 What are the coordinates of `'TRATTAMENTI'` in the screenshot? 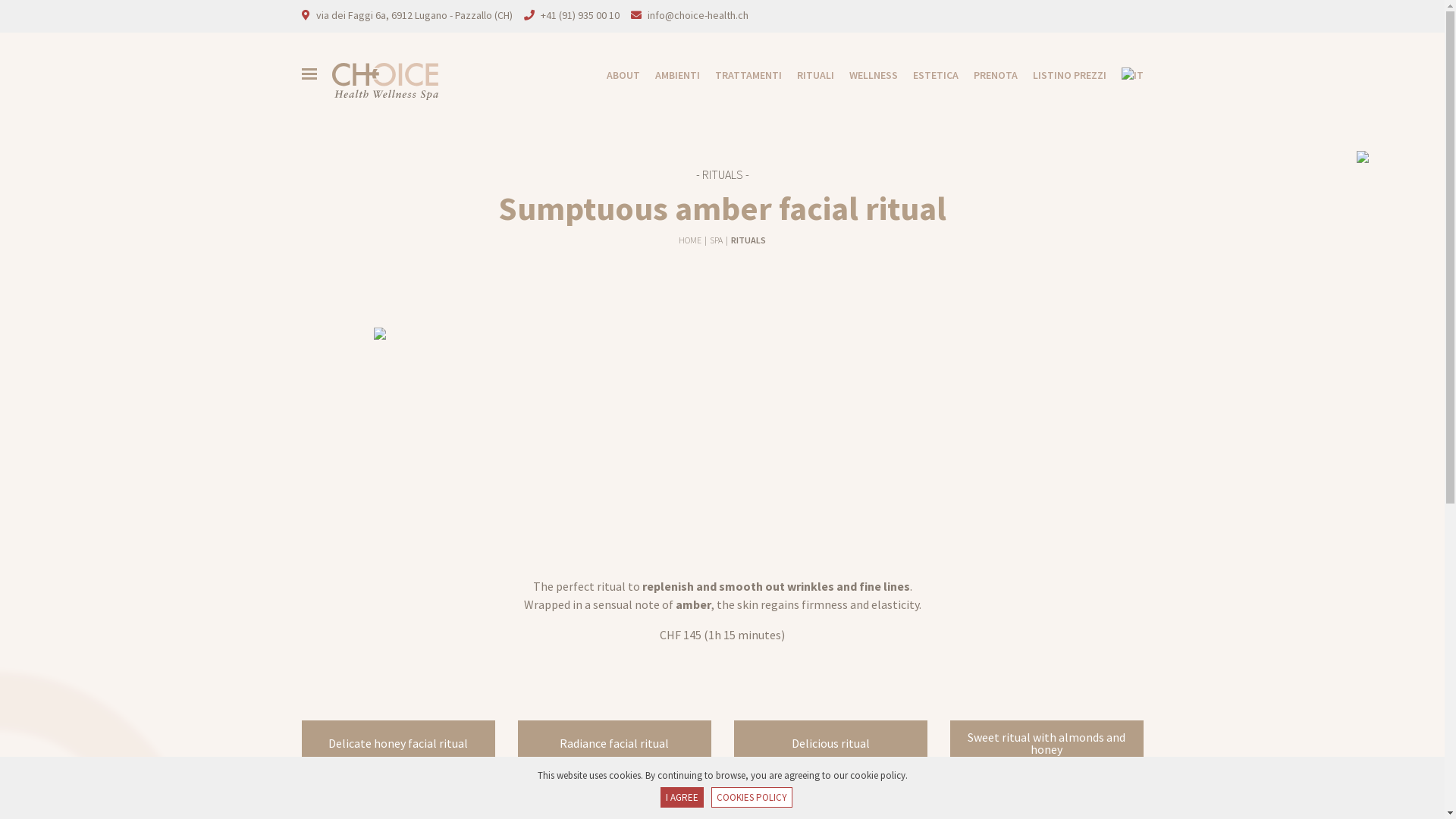 It's located at (698, 75).